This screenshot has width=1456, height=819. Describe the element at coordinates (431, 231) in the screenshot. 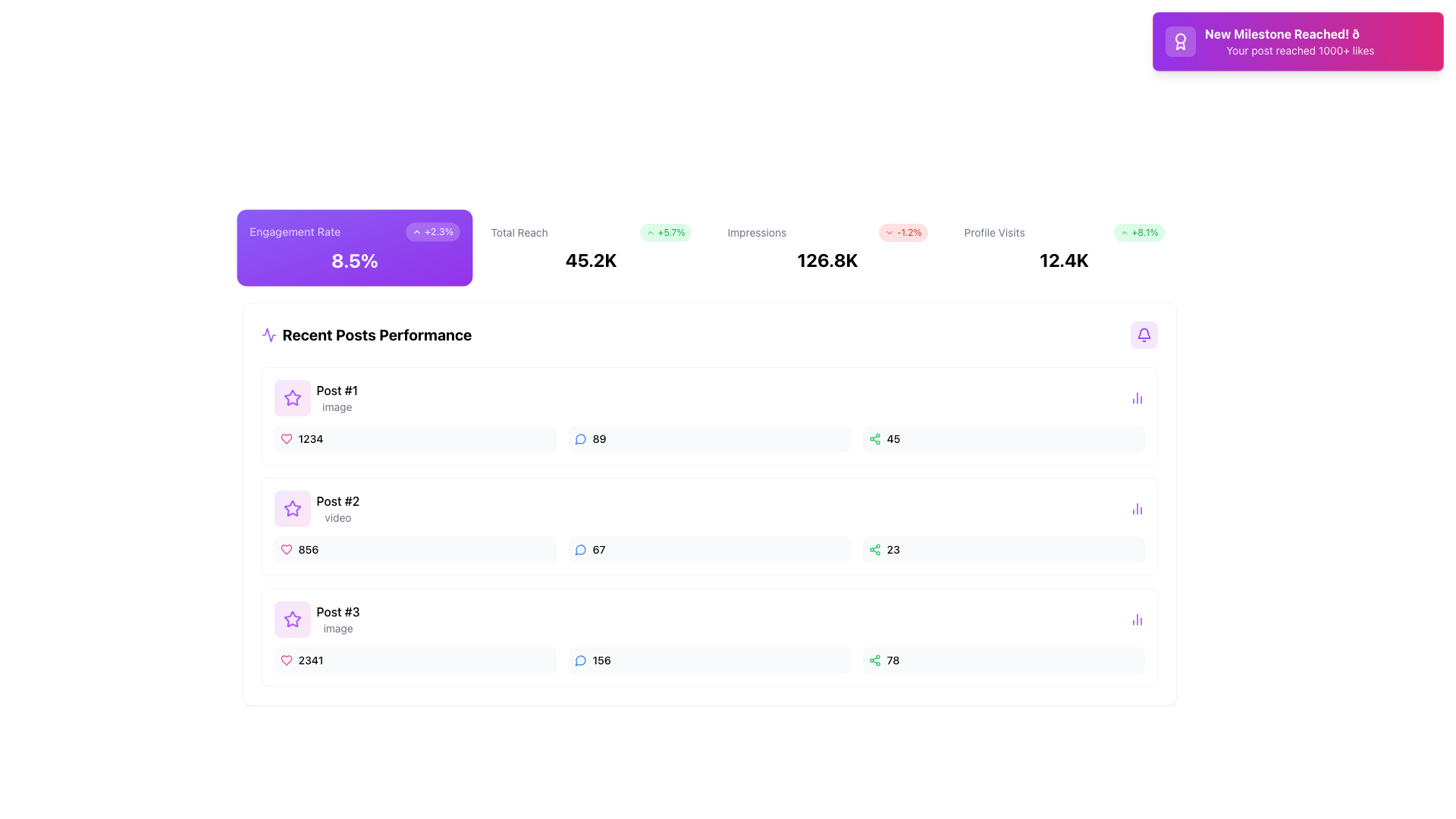

I see `the Icon and Text Label indicating the percentage value change in the 'Engagement Rate' section to access further details about engagement metrics` at that location.